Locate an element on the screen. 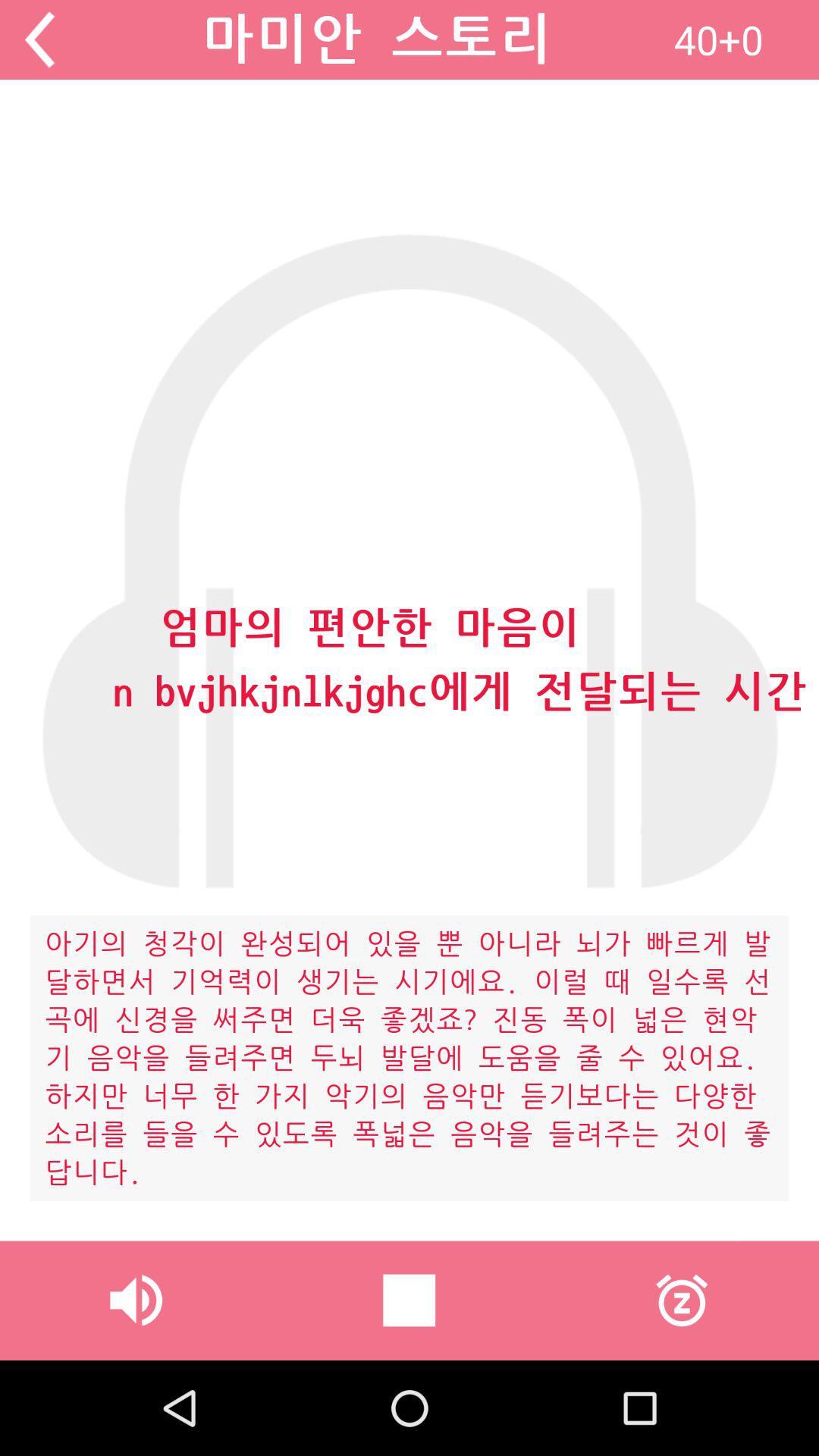 The width and height of the screenshot is (819, 1456). the time icon is located at coordinates (681, 1392).